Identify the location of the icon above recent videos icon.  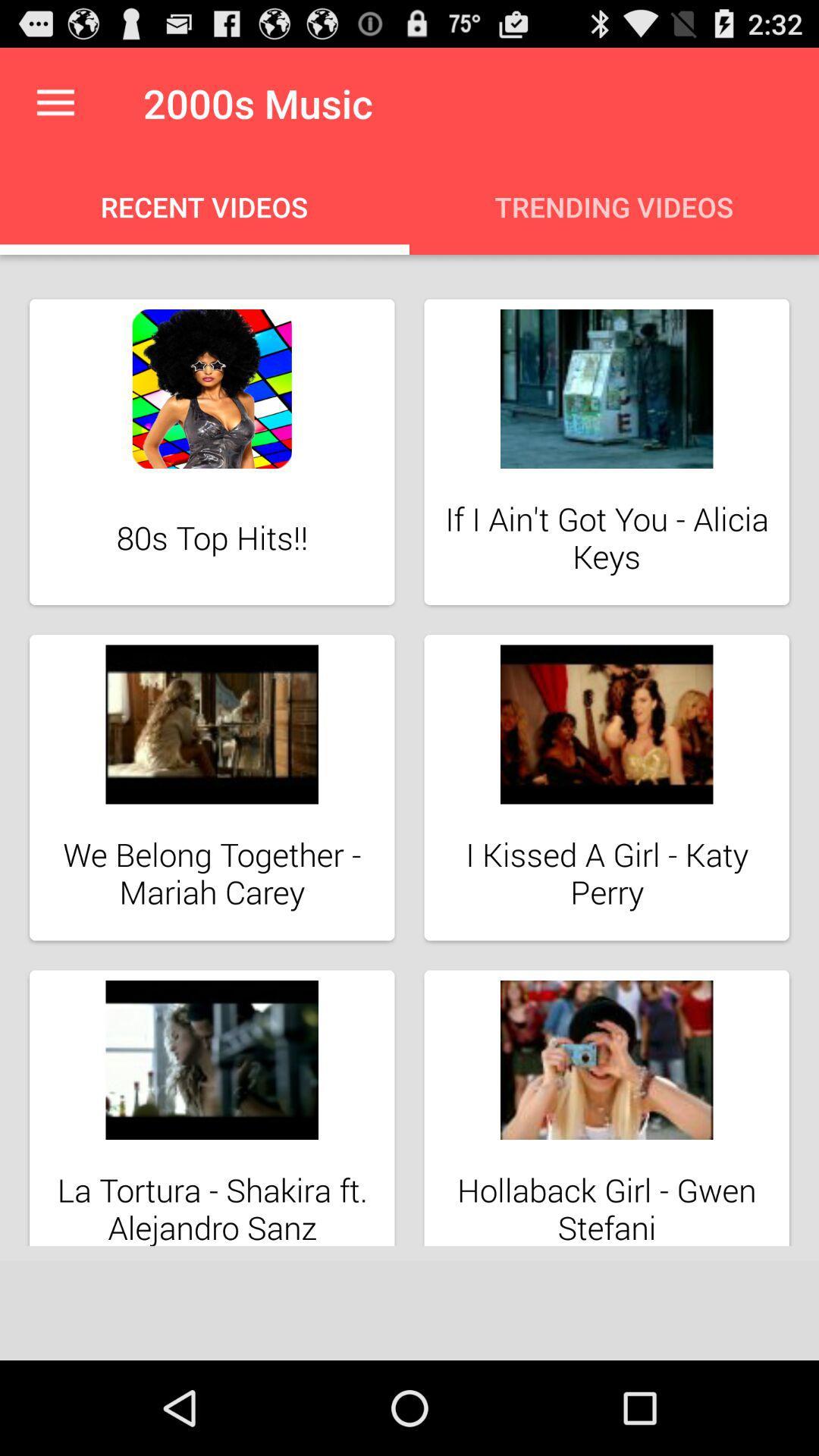
(55, 102).